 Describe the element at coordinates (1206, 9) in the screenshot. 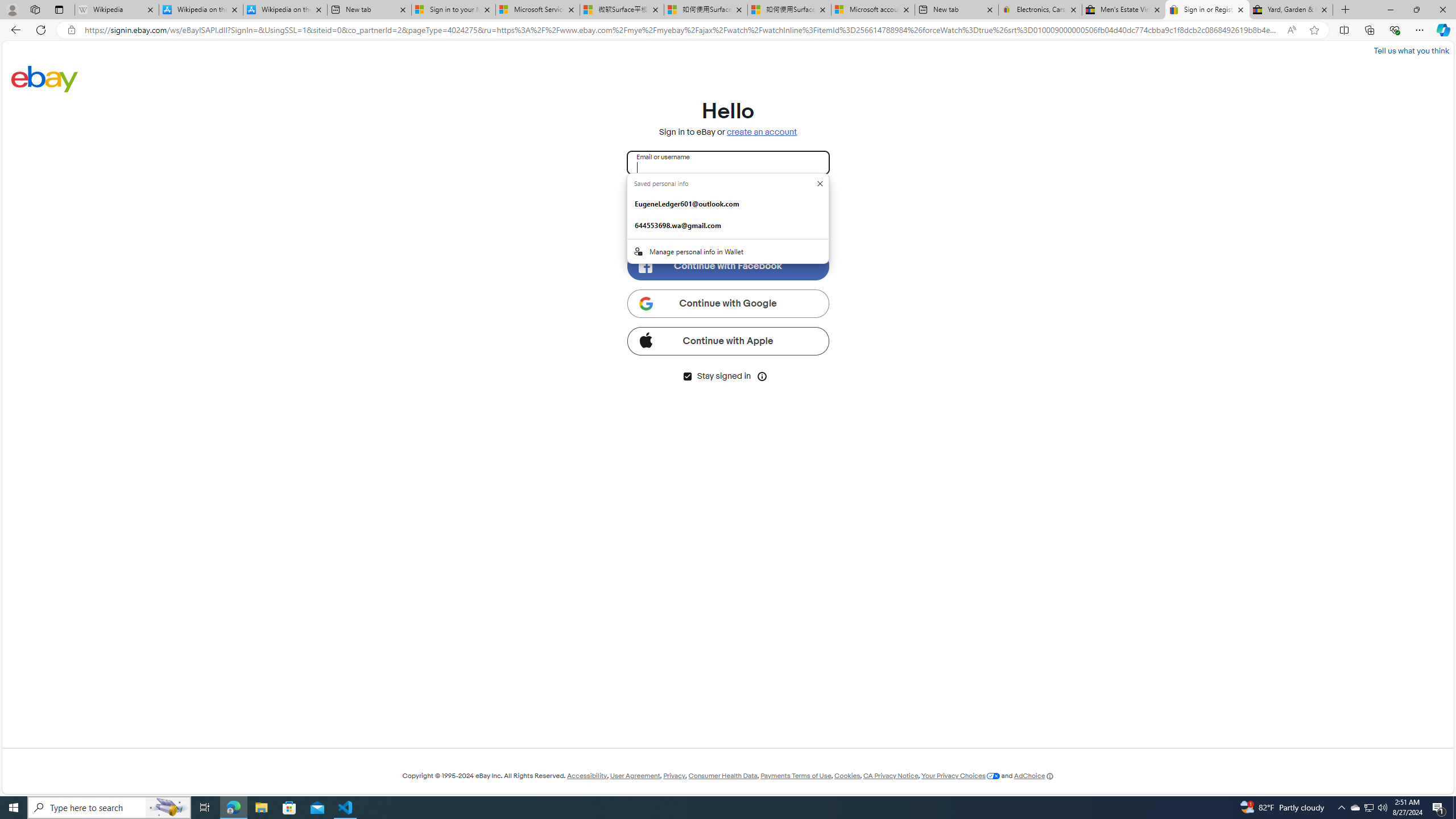

I see `'Sign in or Register | eBay'` at that location.